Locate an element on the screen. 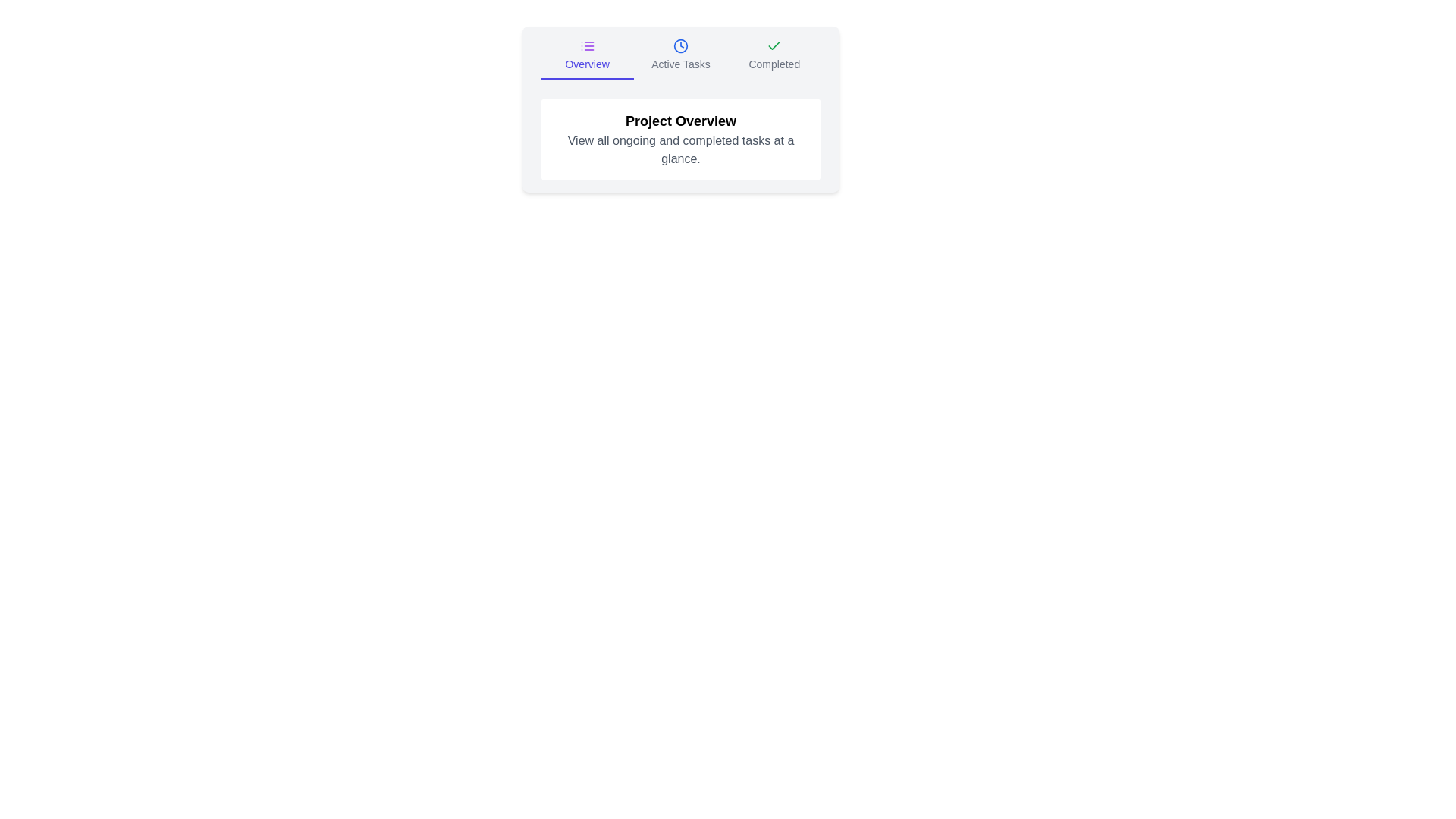  the Overview tab is located at coordinates (586, 58).